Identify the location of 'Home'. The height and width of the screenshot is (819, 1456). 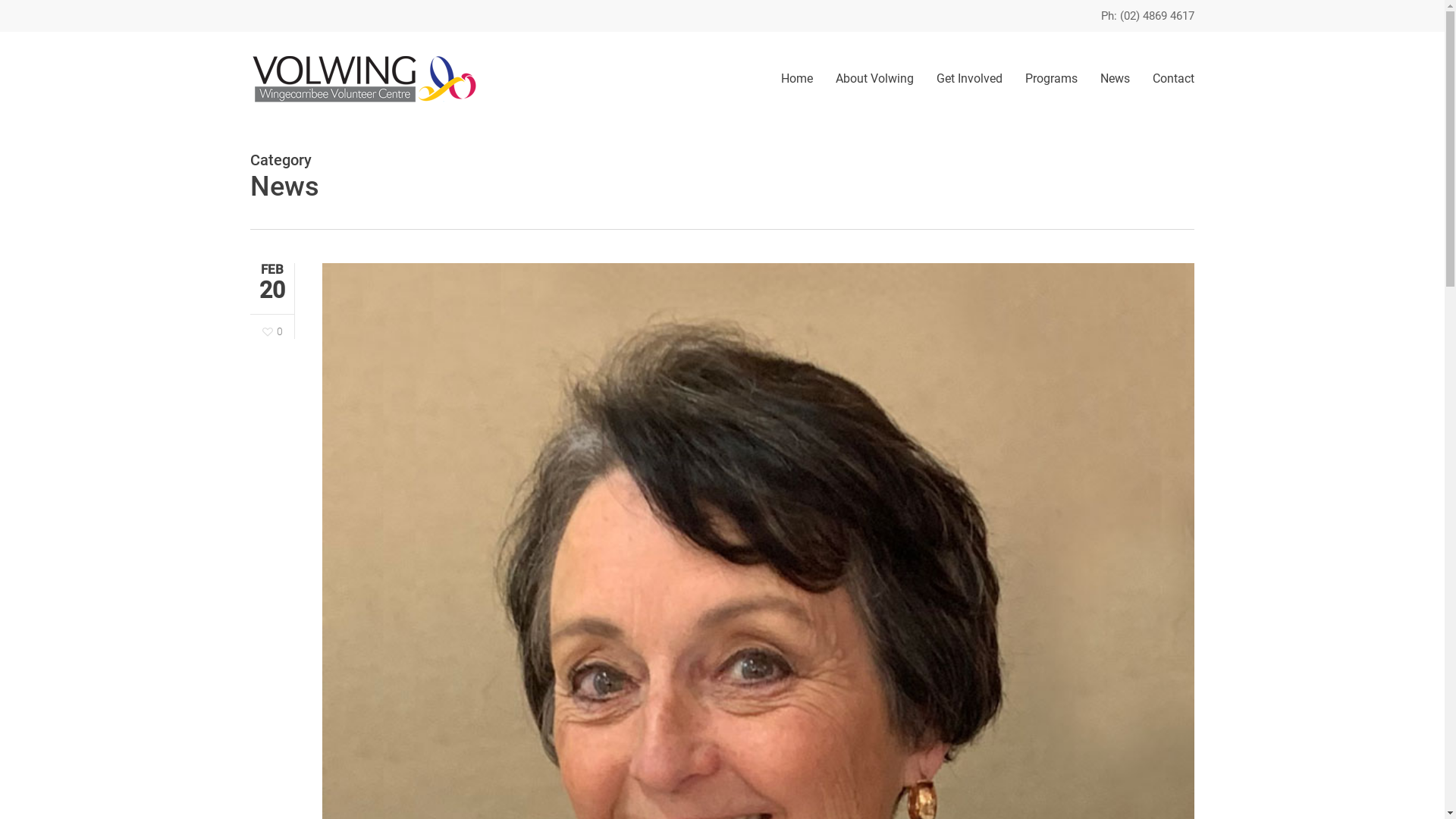
(796, 78).